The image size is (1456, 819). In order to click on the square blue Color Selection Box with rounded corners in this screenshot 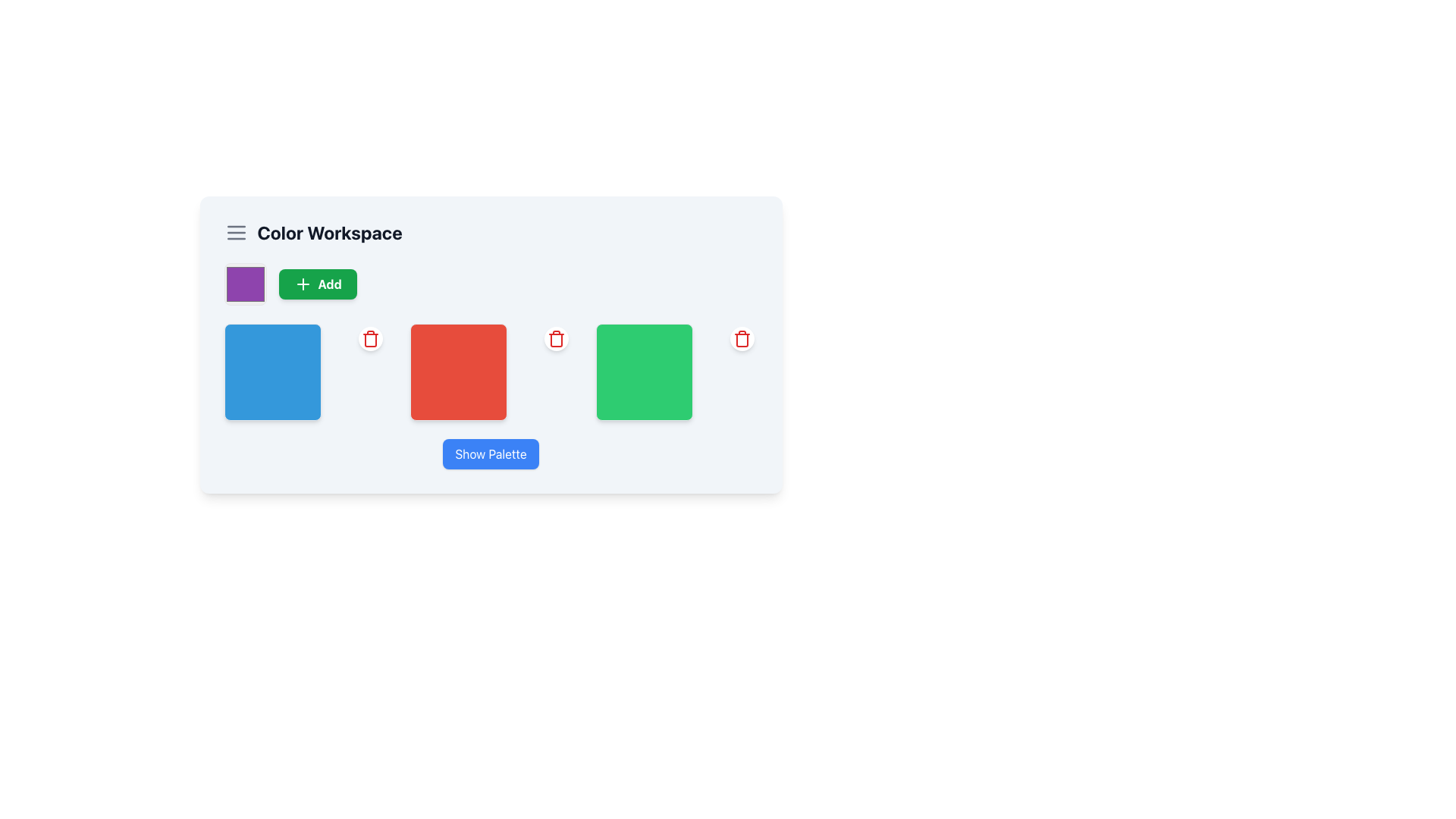, I will do `click(272, 372)`.